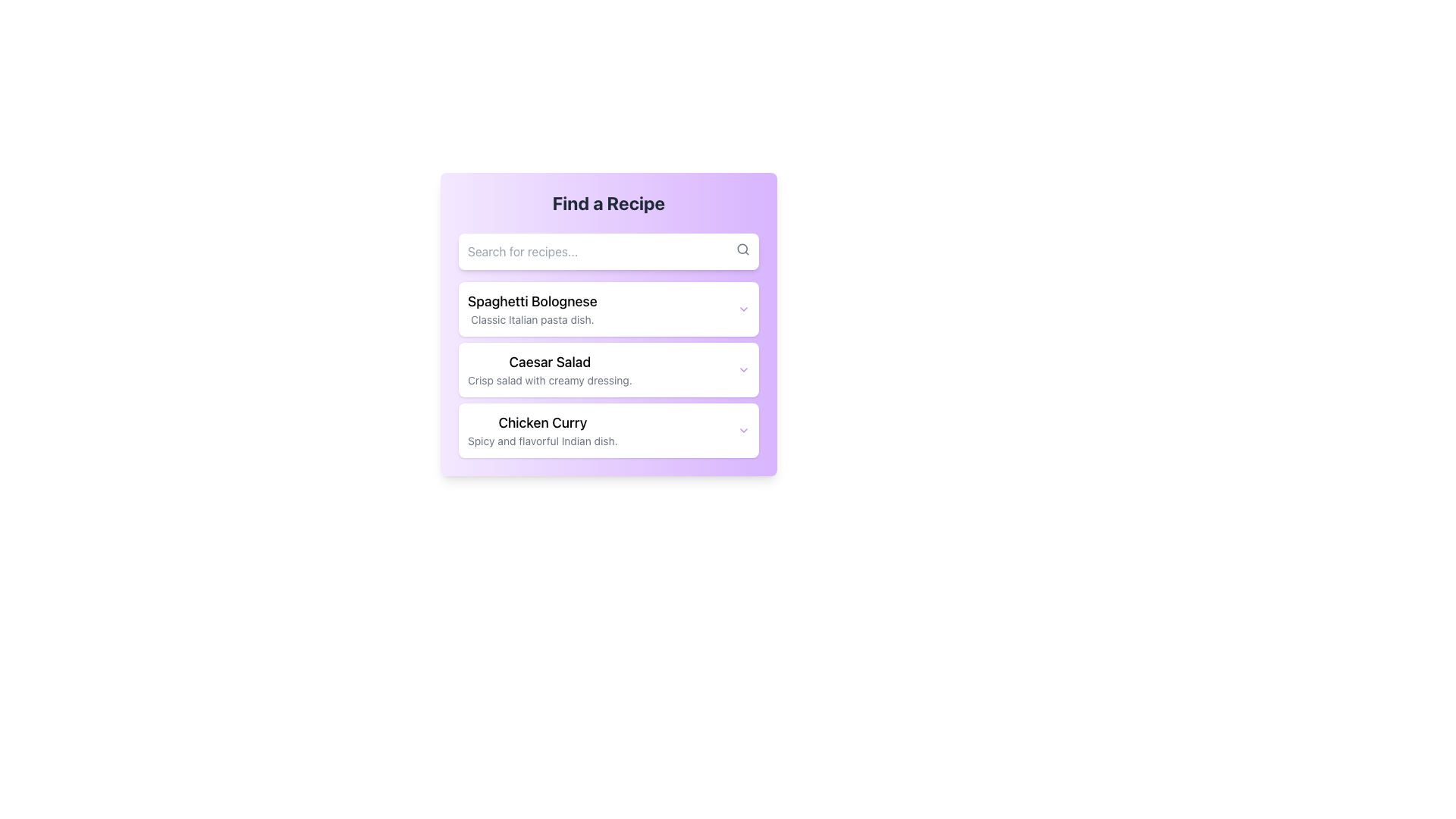  What do you see at coordinates (542, 430) in the screenshot?
I see `text displayed in the Text Label that shows the title 'Chicken Curry' and the description 'Spicy and flavorful Indian dish.' located in the third card of the recipe items list` at bounding box center [542, 430].